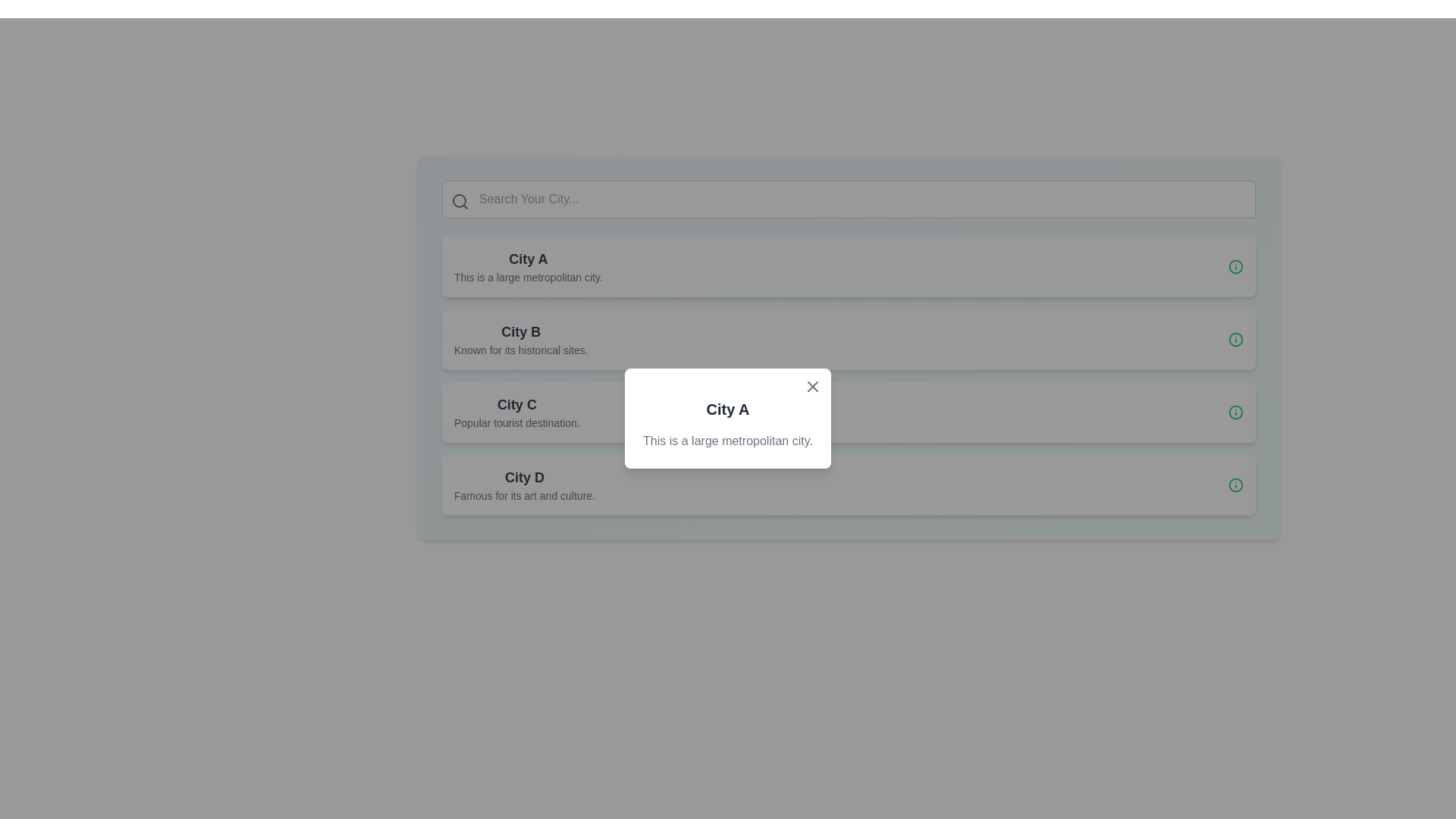  I want to click on the text element displaying 'This is a large metropolitan city.' which is located below the header 'City A' in a card-style modal, so click(728, 441).